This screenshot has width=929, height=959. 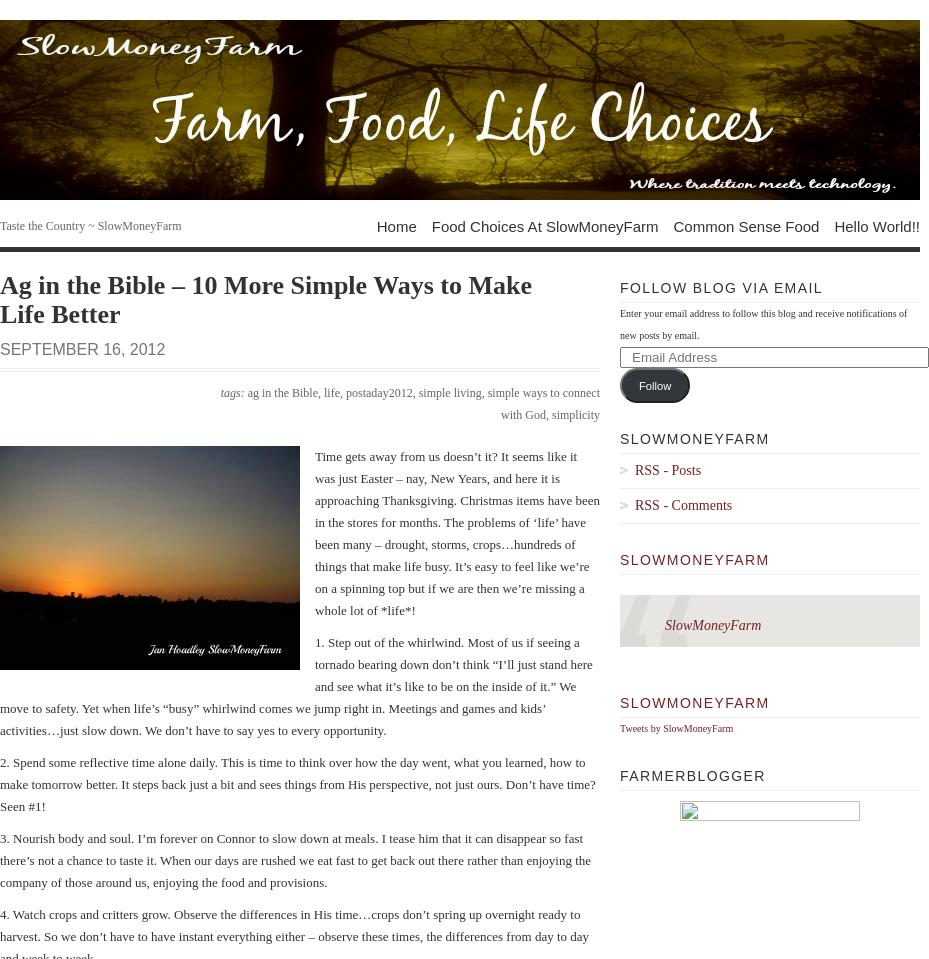 I want to click on '2. Spend some reflective time alone daily. This is time to think over how the day went, what you learned, how to make tomorrow better. It steps back just a bit and sees things from His perspective, not just ours. Don’t have time? Seen #1!', so click(x=297, y=784).